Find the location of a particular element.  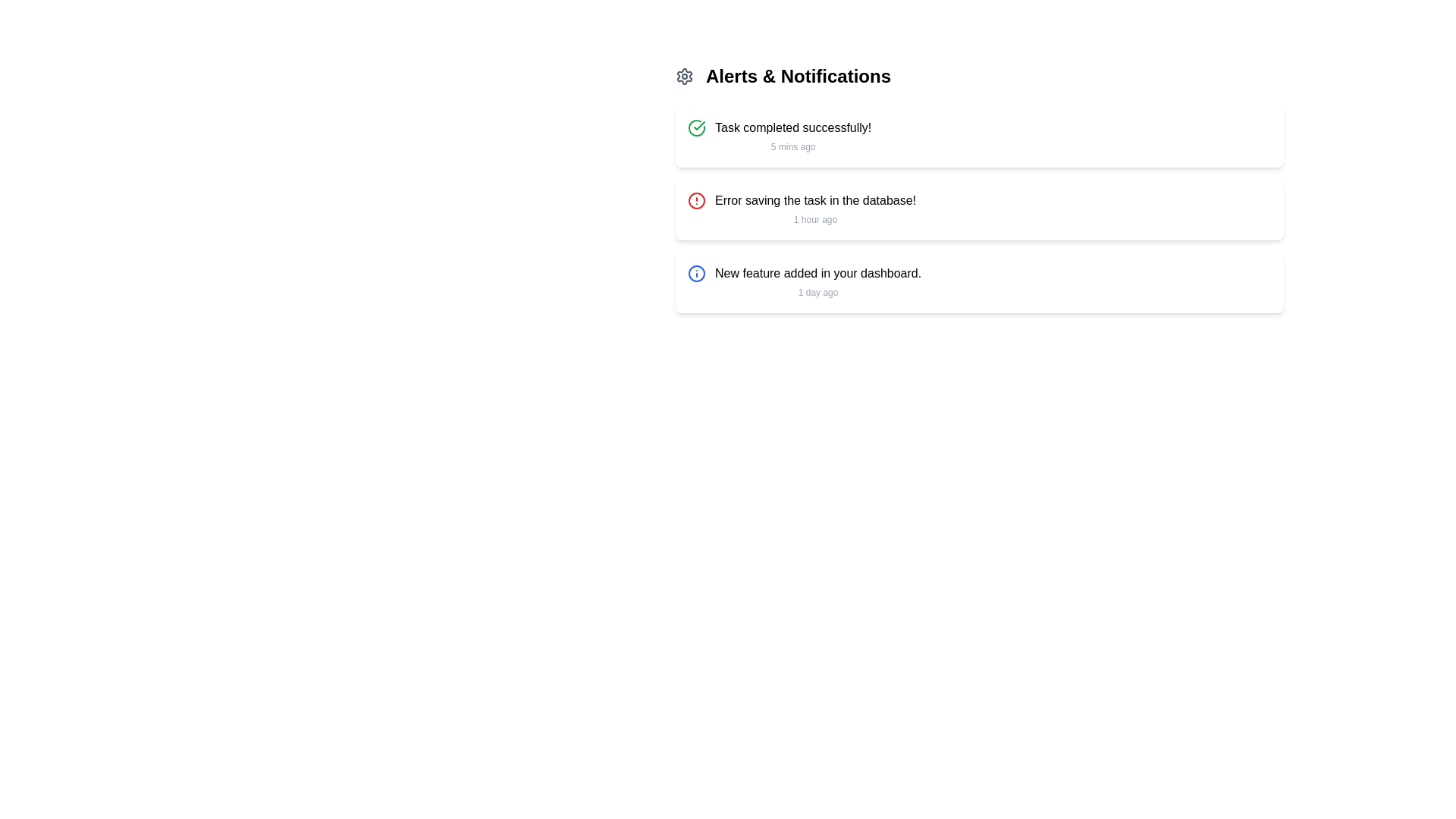

error notification message about task saving in the database, which is located between the 'Task completed successfully!' and 'New feature added in your dashboard.' notifications is located at coordinates (814, 210).